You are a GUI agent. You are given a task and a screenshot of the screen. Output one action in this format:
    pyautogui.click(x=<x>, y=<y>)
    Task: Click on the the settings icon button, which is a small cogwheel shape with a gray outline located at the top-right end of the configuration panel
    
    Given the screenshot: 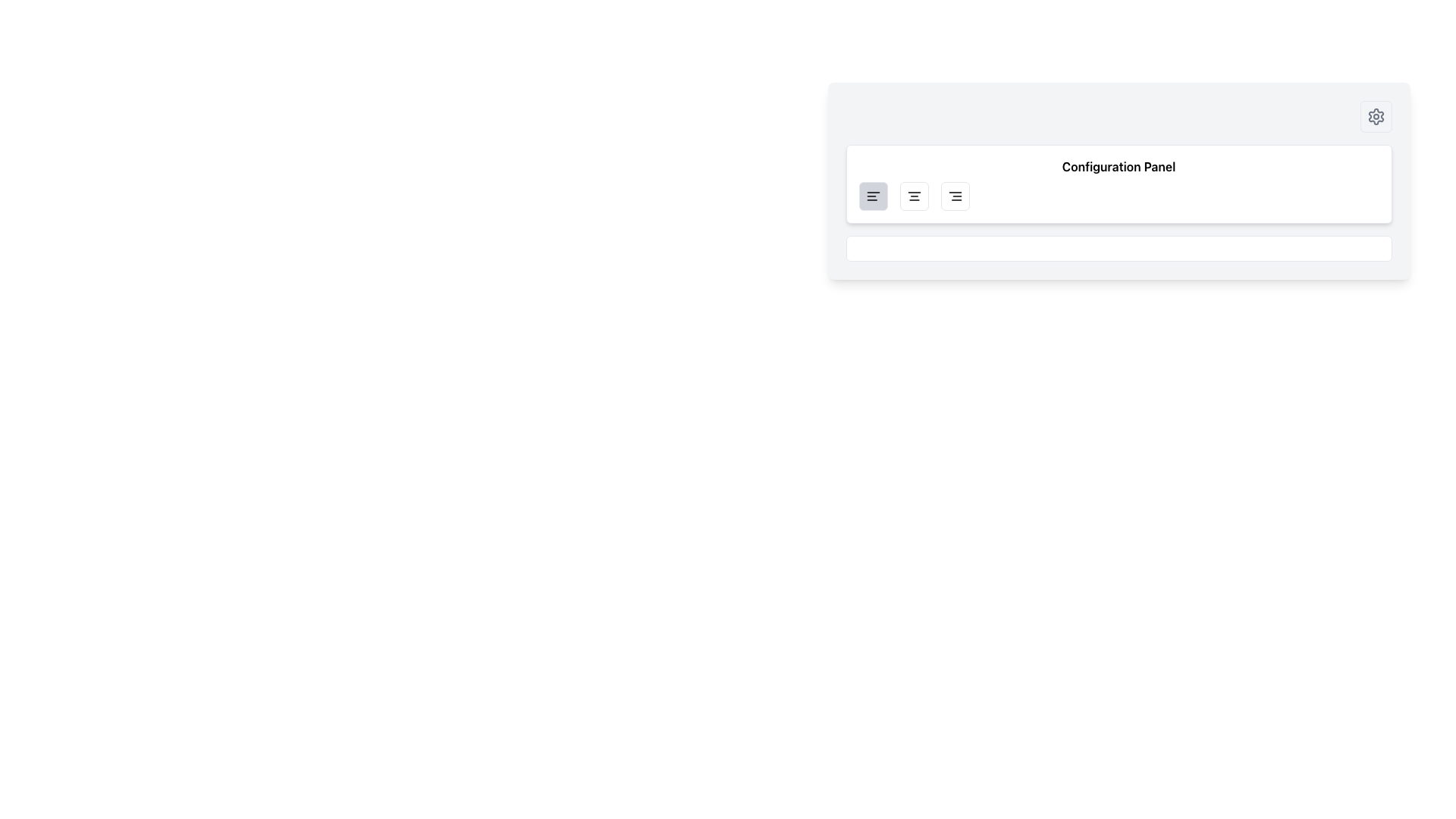 What is the action you would take?
    pyautogui.click(x=1376, y=116)
    